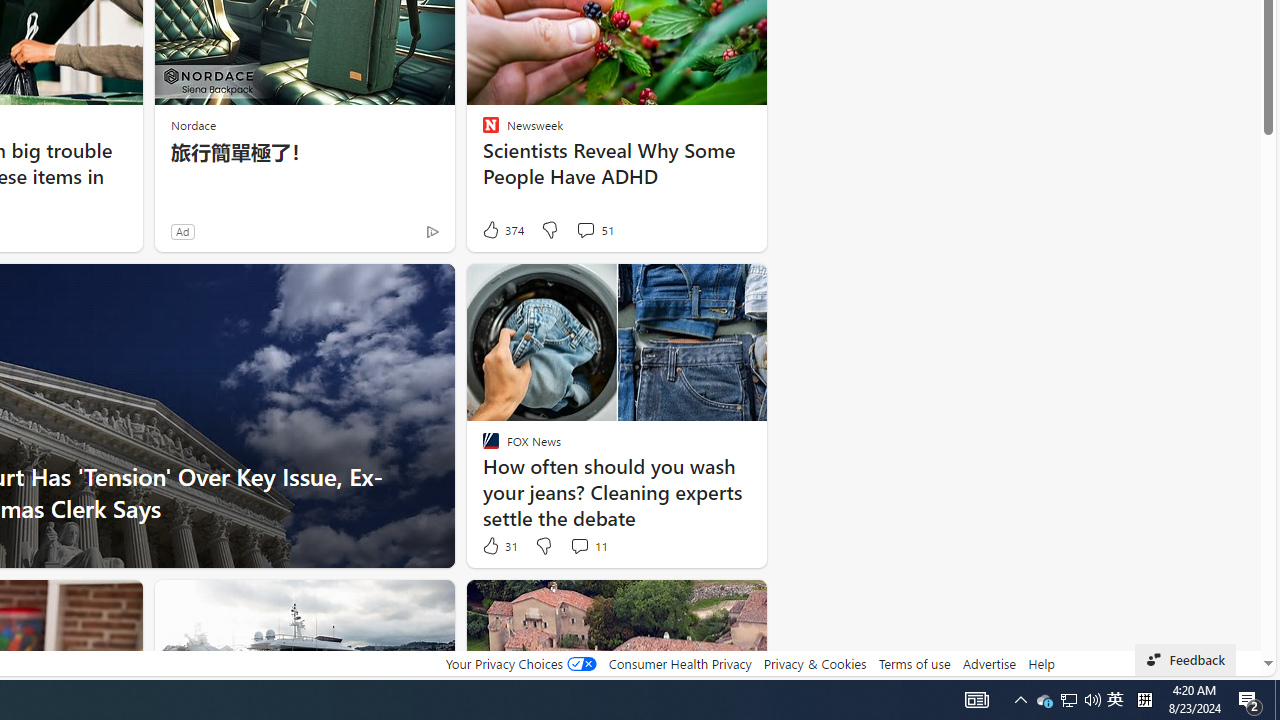  I want to click on 'Privacy & Cookies', so click(814, 663).